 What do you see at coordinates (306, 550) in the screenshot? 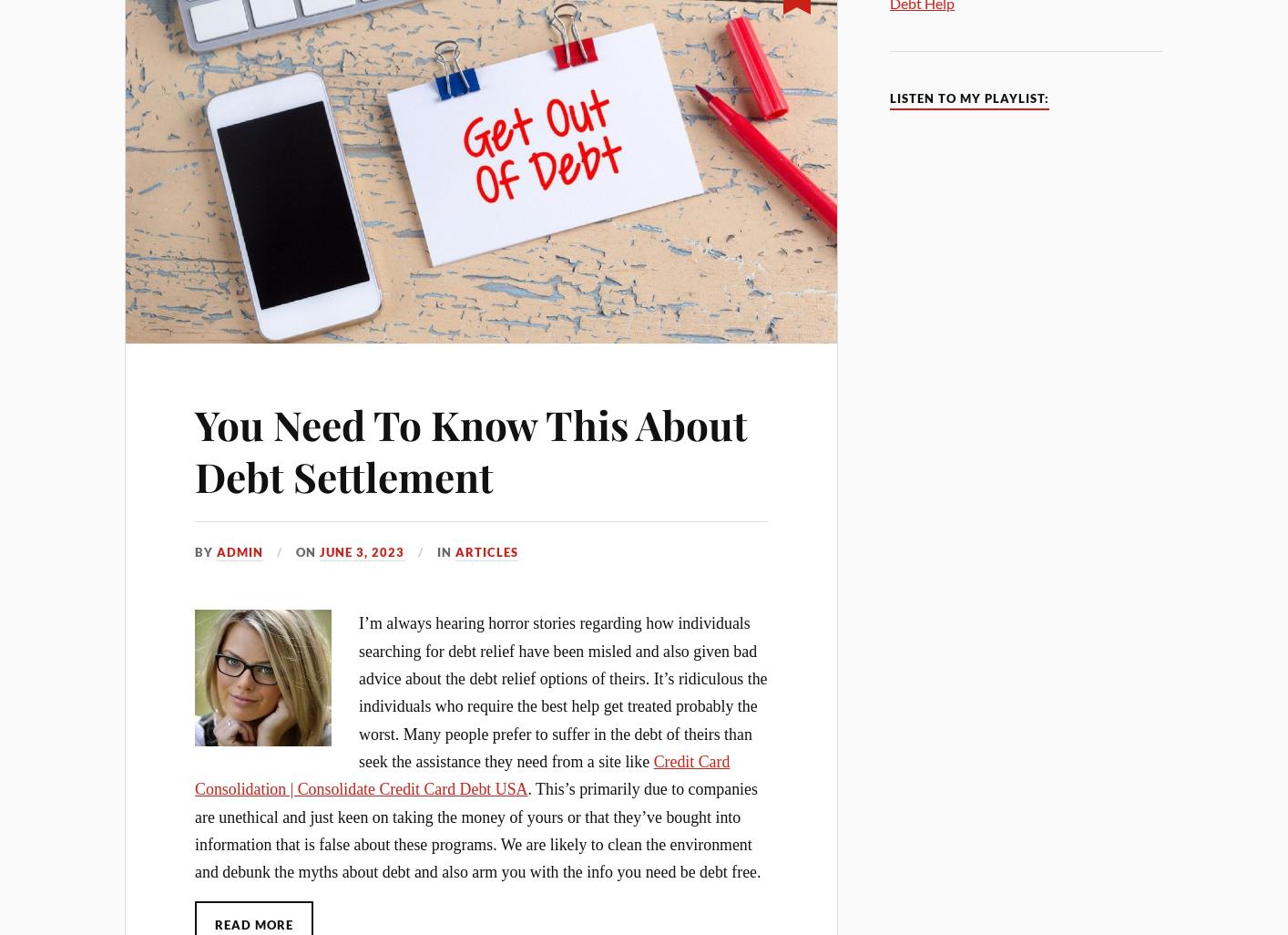
I see `'On'` at bounding box center [306, 550].